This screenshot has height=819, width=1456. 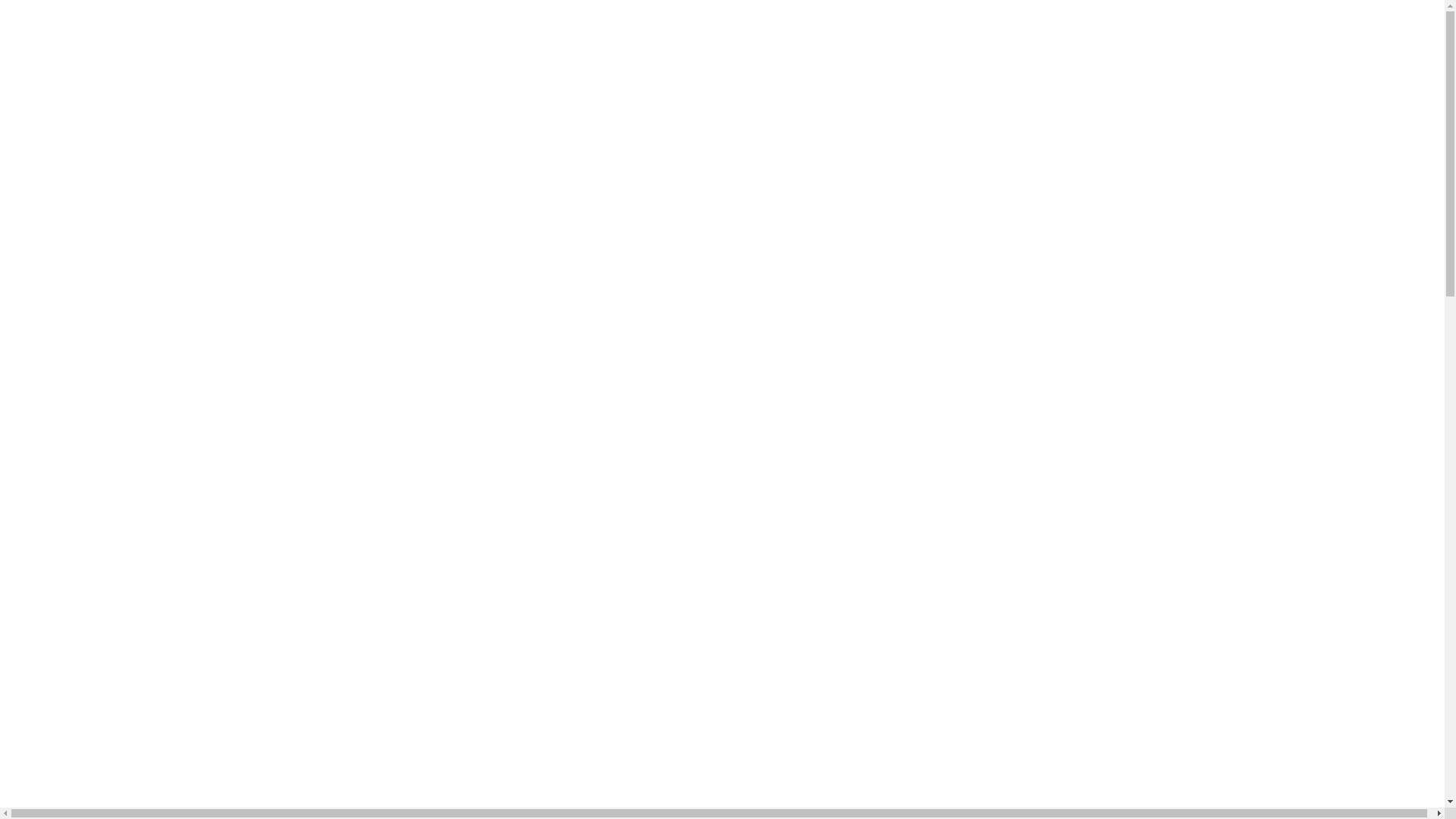 I want to click on 'to Top', so click(x=6, y=506).